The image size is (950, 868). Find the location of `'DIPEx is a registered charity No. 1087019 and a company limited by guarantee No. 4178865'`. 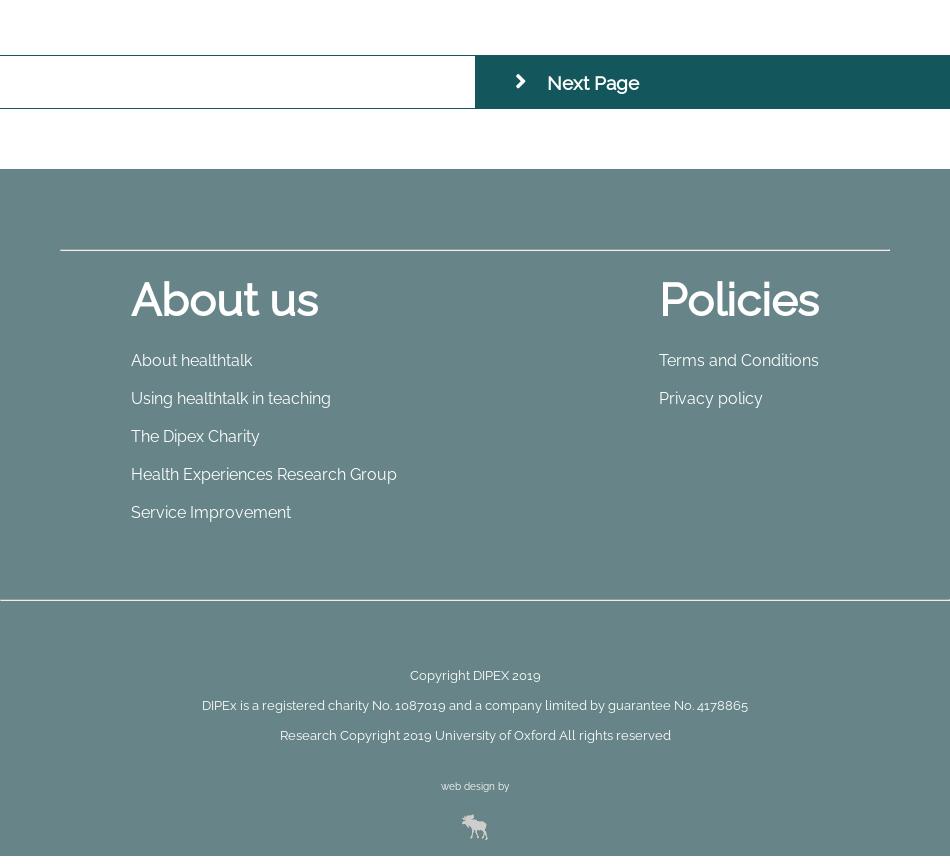

'DIPEx is a registered charity No. 1087019 and a company limited by guarantee No. 4178865' is located at coordinates (475, 704).